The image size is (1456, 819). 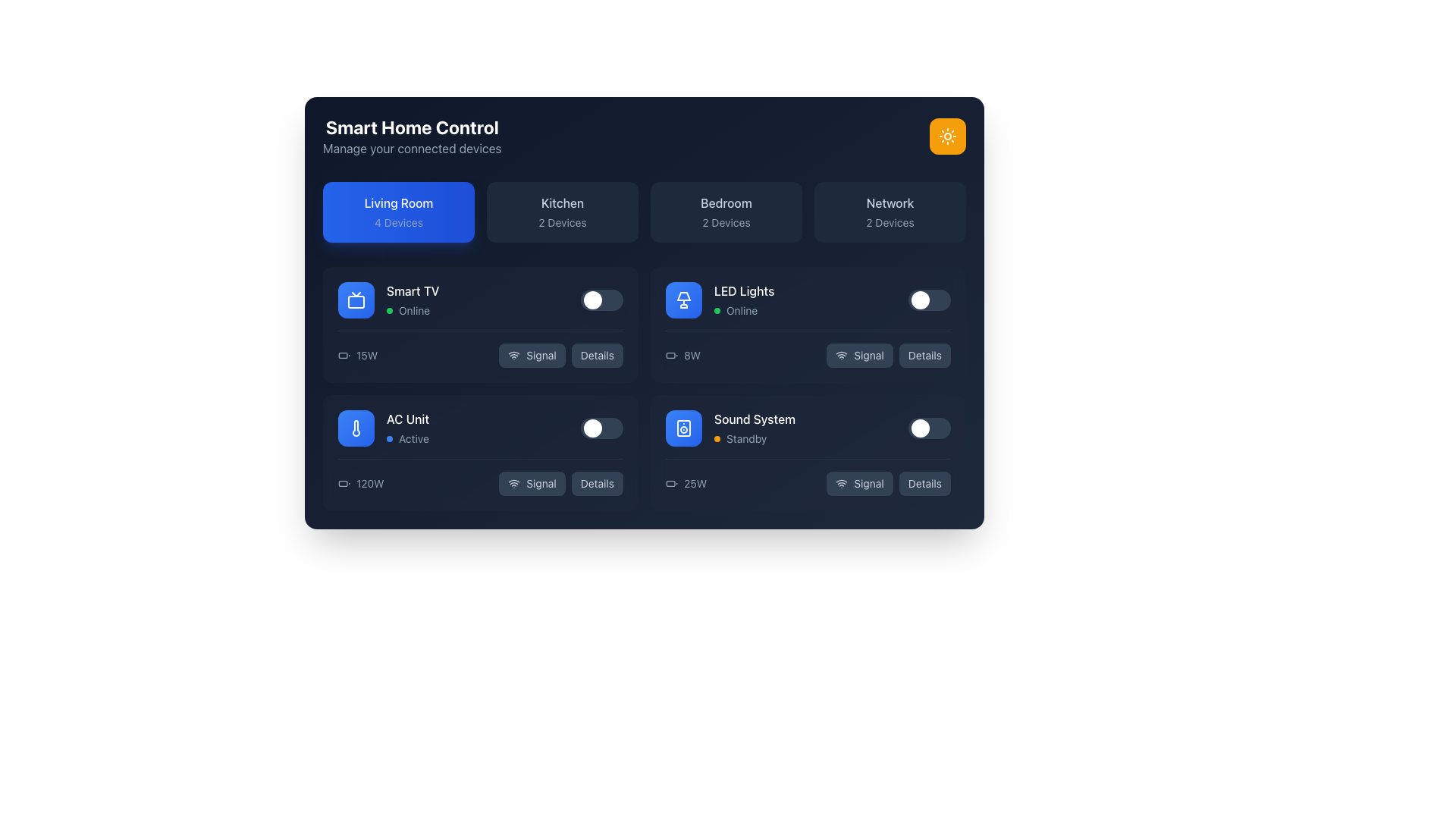 I want to click on text label displaying '25W' that indicates the power consumption level for the Sound System module, which is positioned as the rightmost element in its horizontal group, so click(x=695, y=483).